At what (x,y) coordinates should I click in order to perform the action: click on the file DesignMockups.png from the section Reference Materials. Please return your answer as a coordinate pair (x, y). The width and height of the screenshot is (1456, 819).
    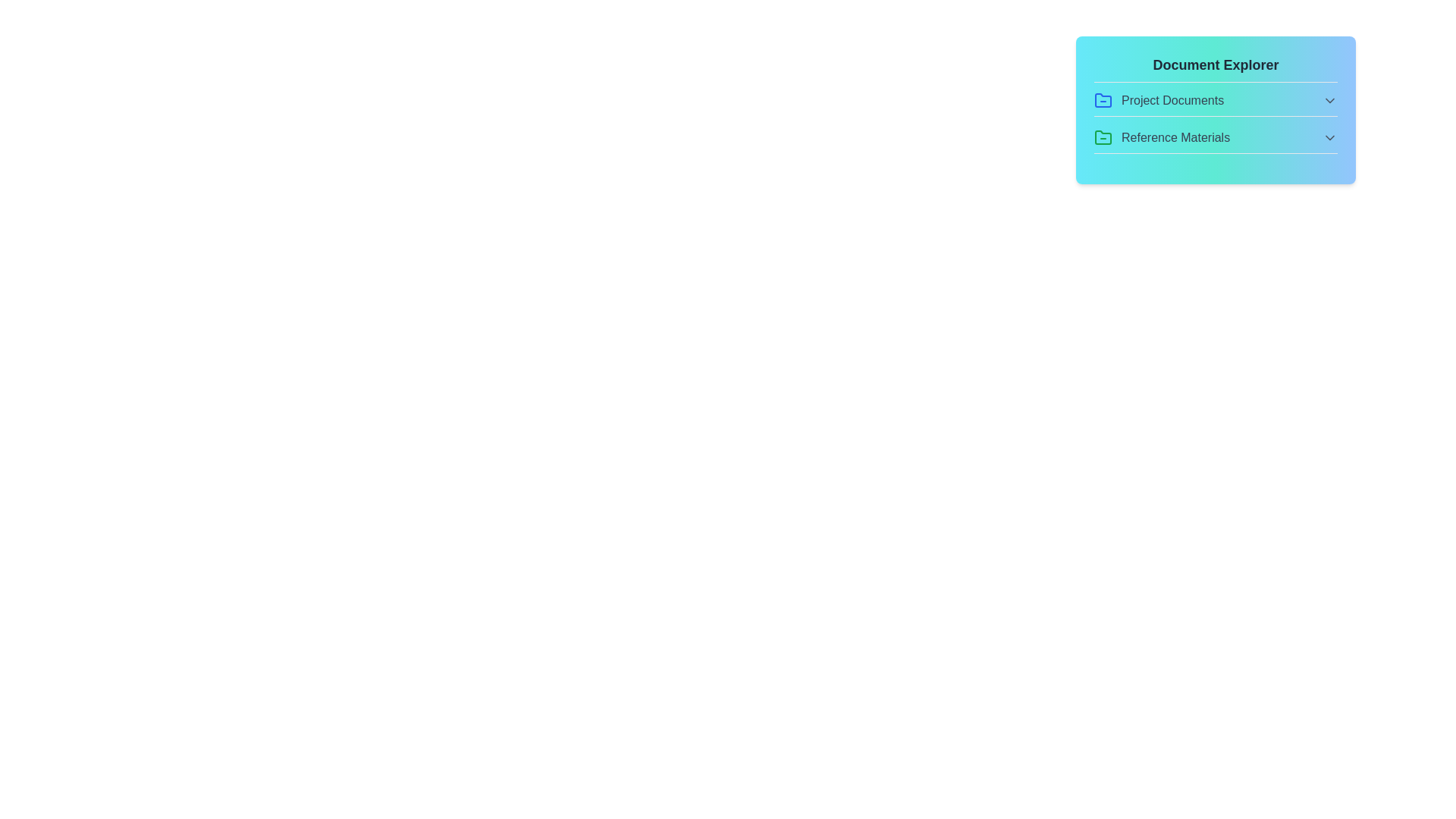
    Looking at the image, I should click on (1216, 141).